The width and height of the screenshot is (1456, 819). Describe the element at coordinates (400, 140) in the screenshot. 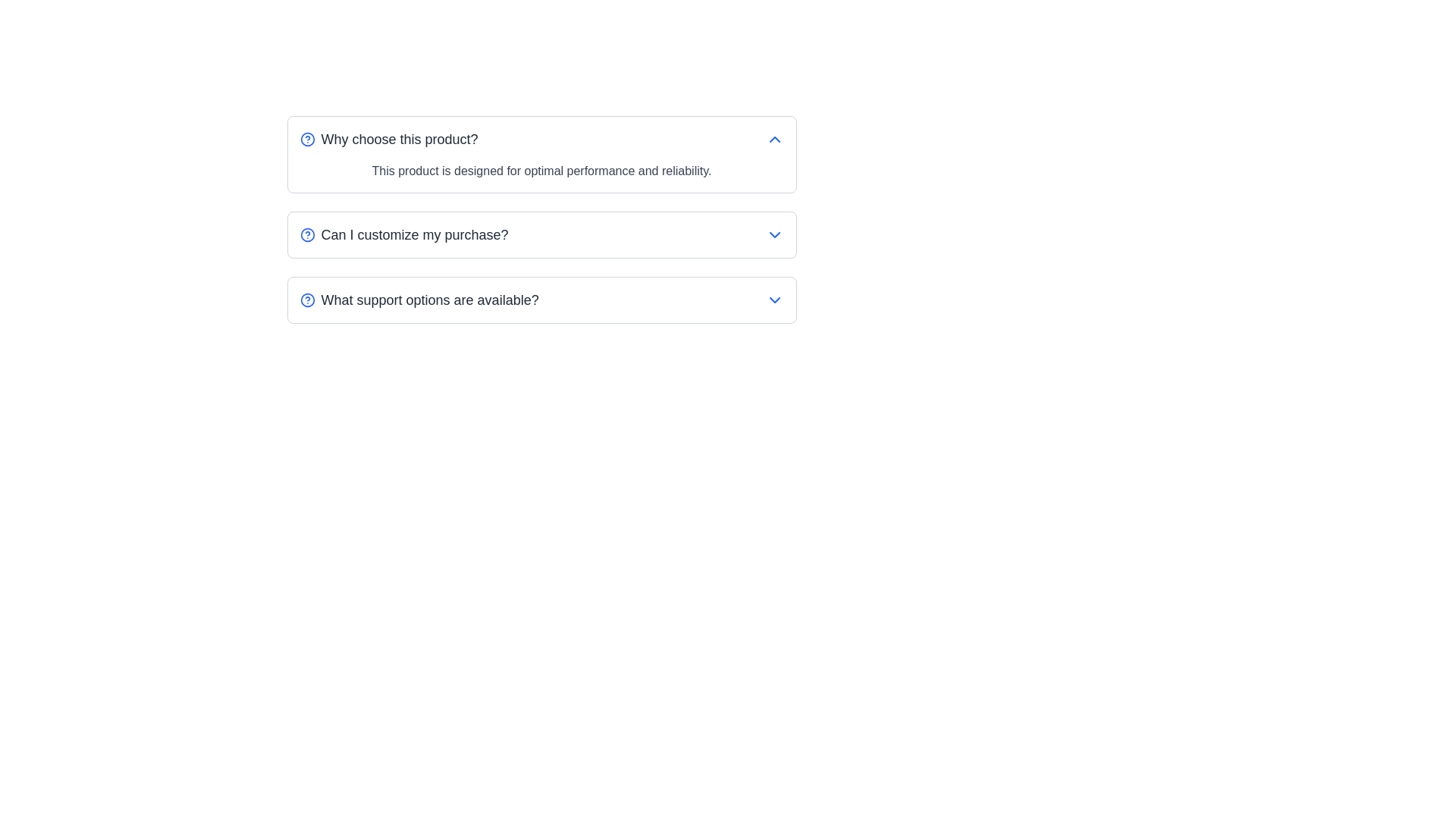

I see `the text label/header that reads 'Why choose this product?', which is styled in medium font weight and gray color, located next to the blue circular question icon` at that location.